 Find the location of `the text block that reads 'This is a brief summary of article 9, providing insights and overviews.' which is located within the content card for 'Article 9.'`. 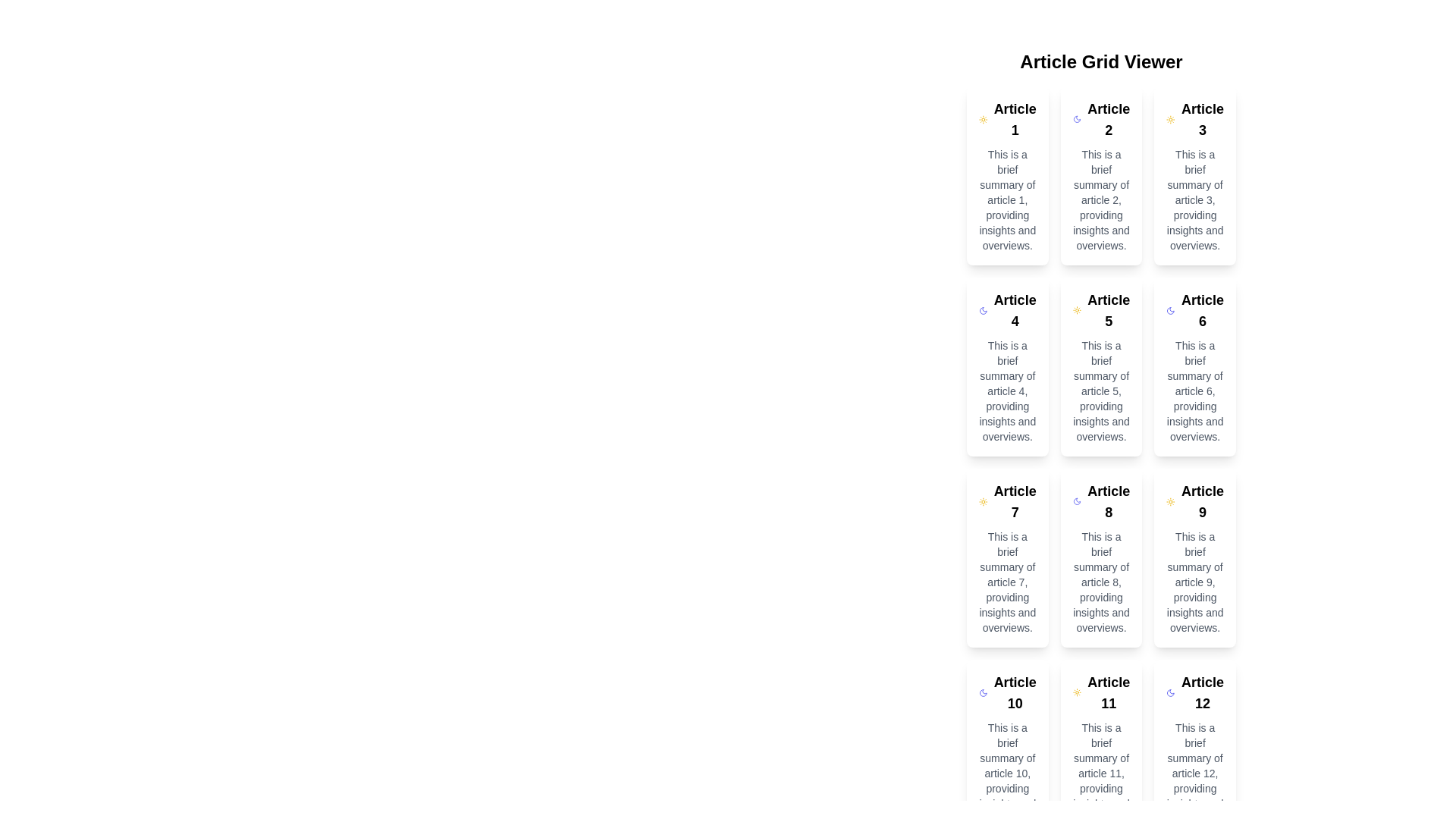

the text block that reads 'This is a brief summary of article 9, providing insights and overviews.' which is located within the content card for 'Article 9.' is located at coordinates (1194, 581).